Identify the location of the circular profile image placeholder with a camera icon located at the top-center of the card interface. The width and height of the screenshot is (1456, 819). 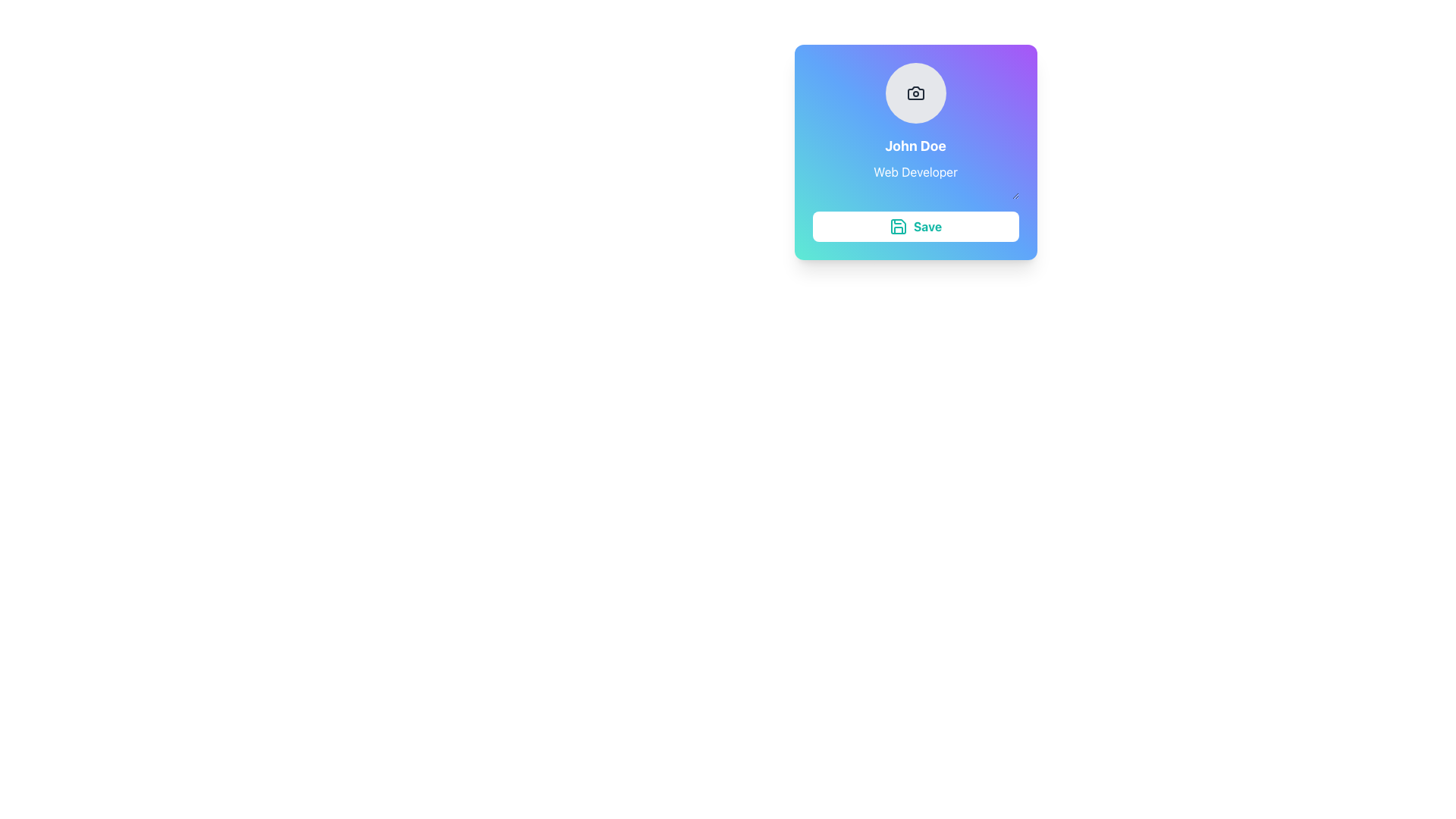
(915, 93).